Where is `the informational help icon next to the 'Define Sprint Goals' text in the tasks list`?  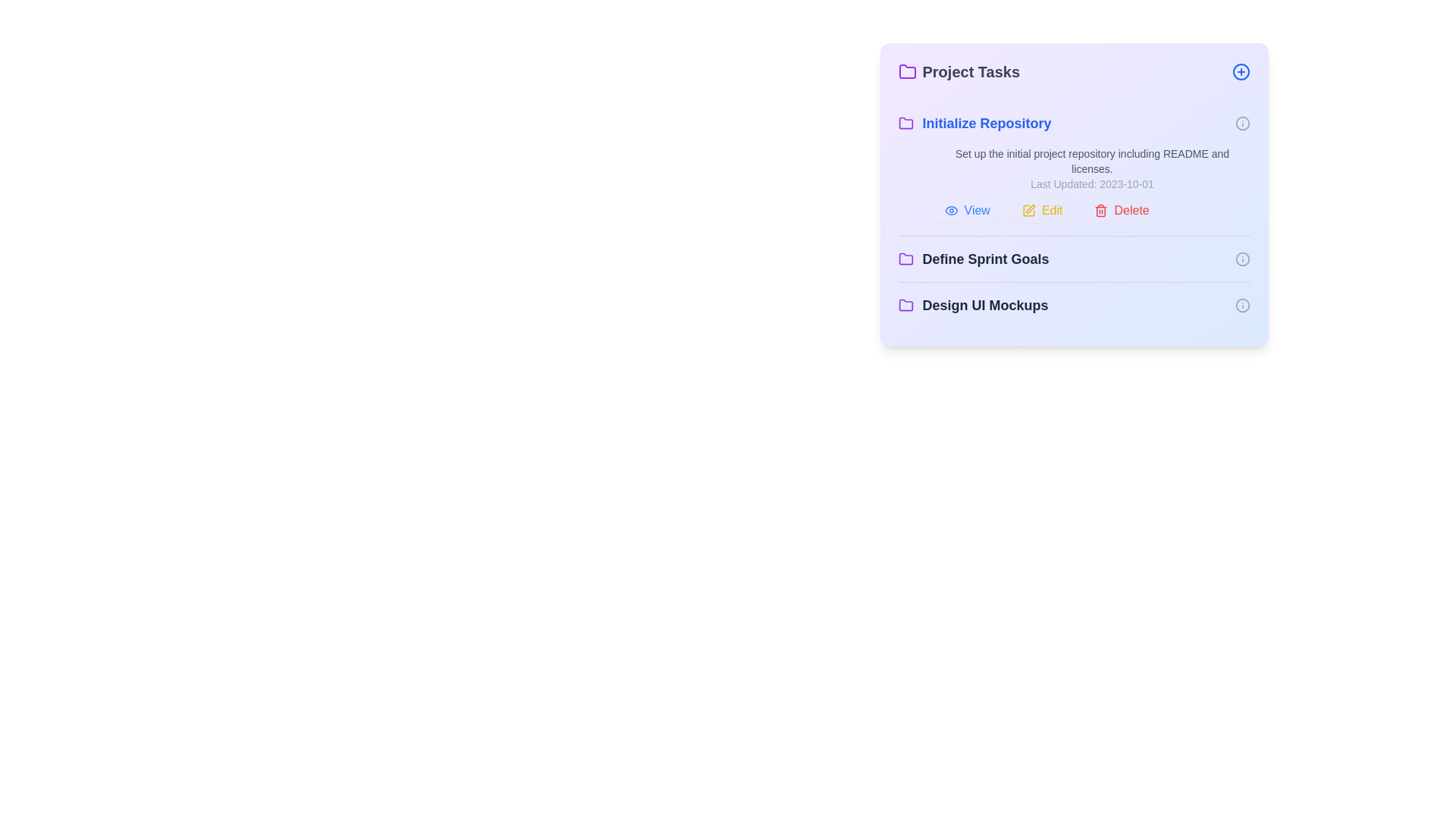 the informational help icon next to the 'Define Sprint Goals' text in the tasks list is located at coordinates (1242, 259).